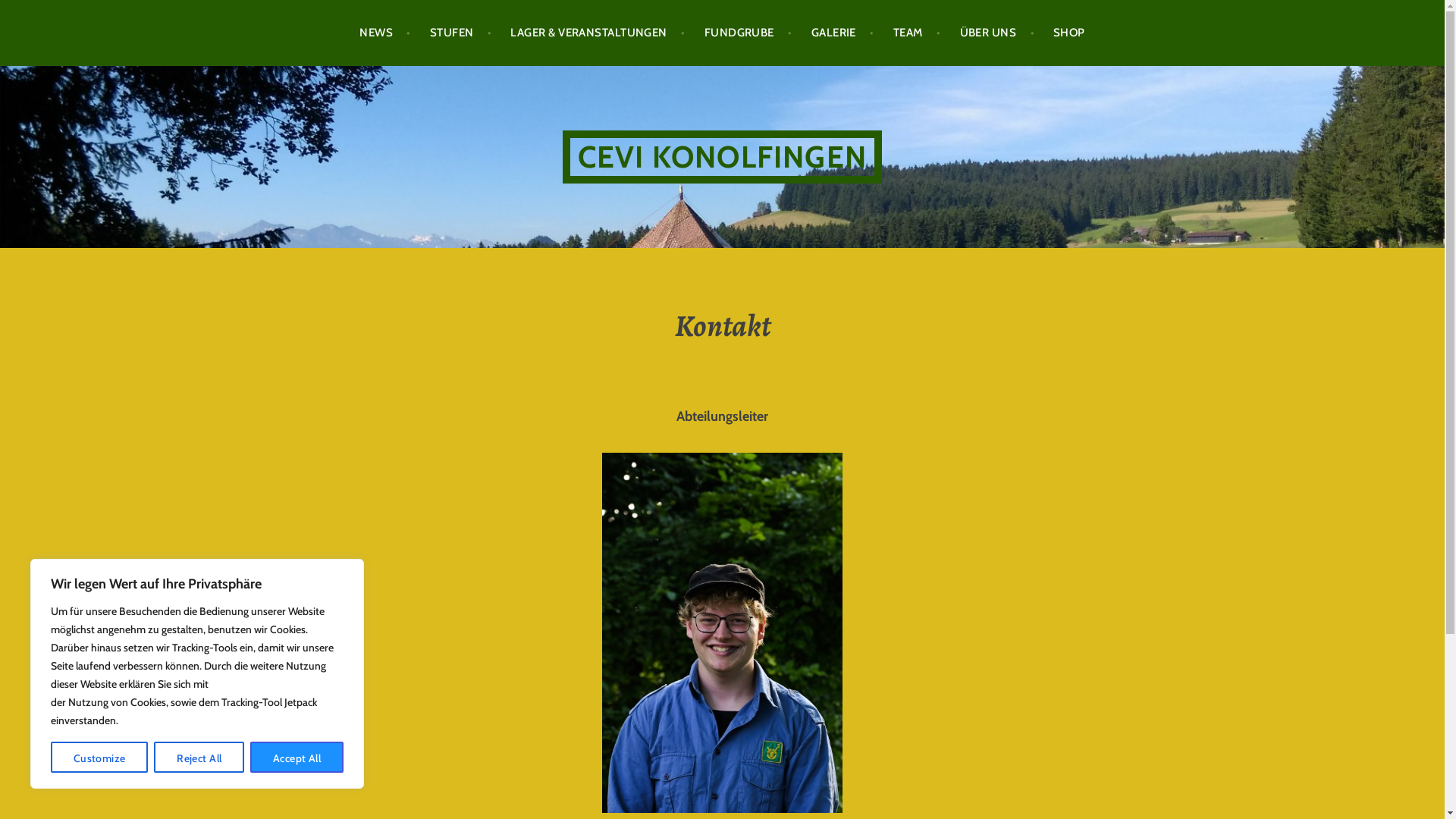 The height and width of the screenshot is (819, 1456). What do you see at coordinates (748, 33) in the screenshot?
I see `'FUNDGRUBE'` at bounding box center [748, 33].